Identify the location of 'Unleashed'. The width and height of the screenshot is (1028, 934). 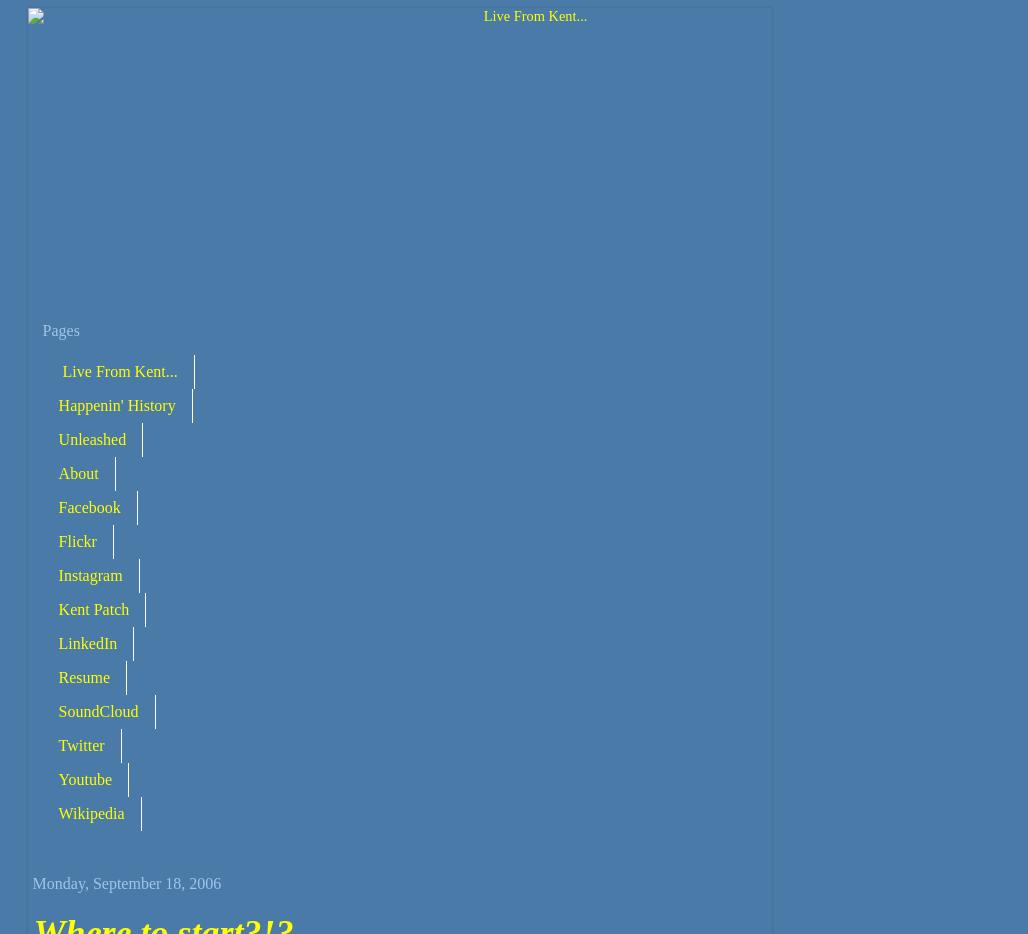
(57, 438).